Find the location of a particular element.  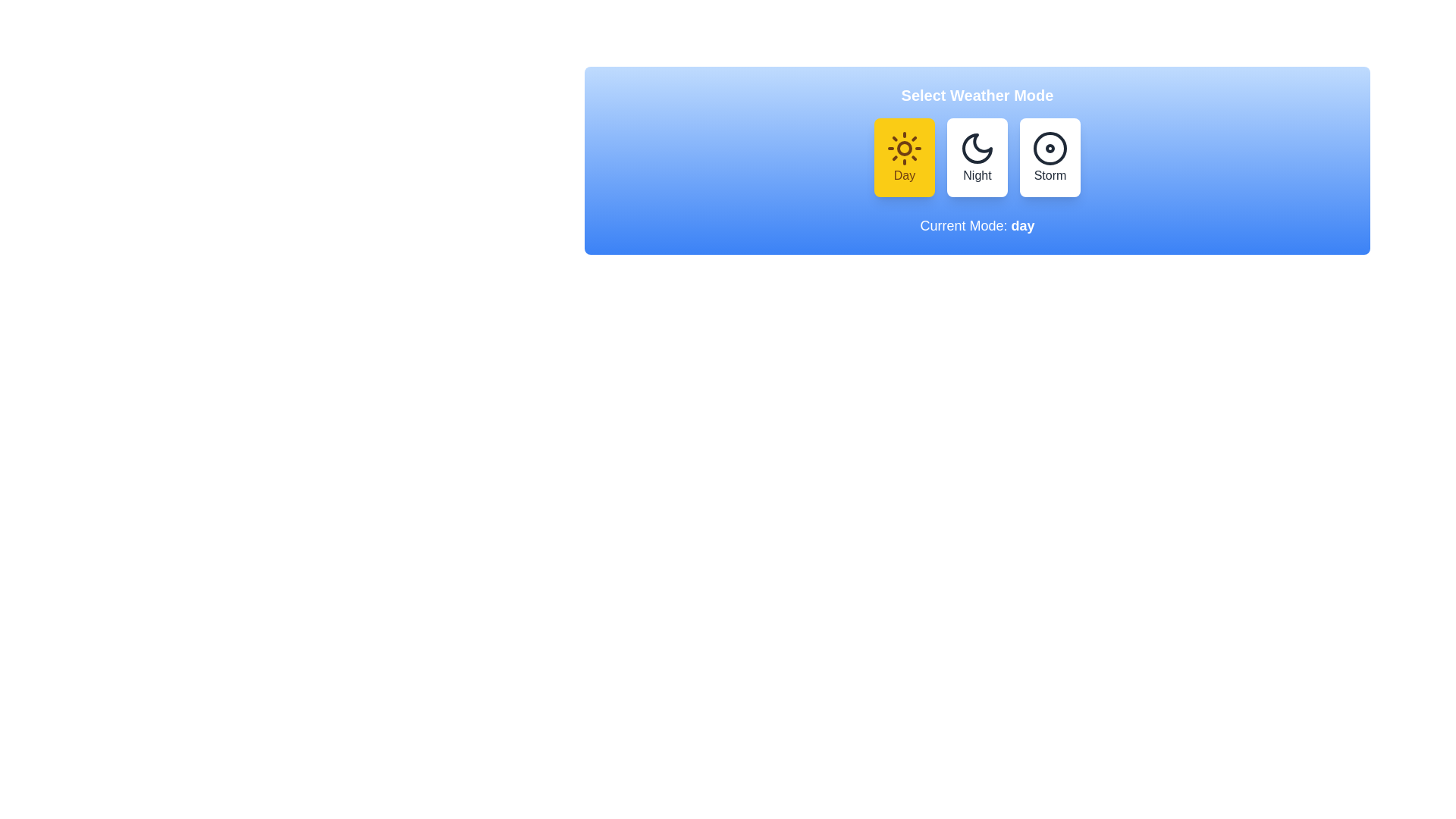

the button labeled Night is located at coordinates (977, 158).